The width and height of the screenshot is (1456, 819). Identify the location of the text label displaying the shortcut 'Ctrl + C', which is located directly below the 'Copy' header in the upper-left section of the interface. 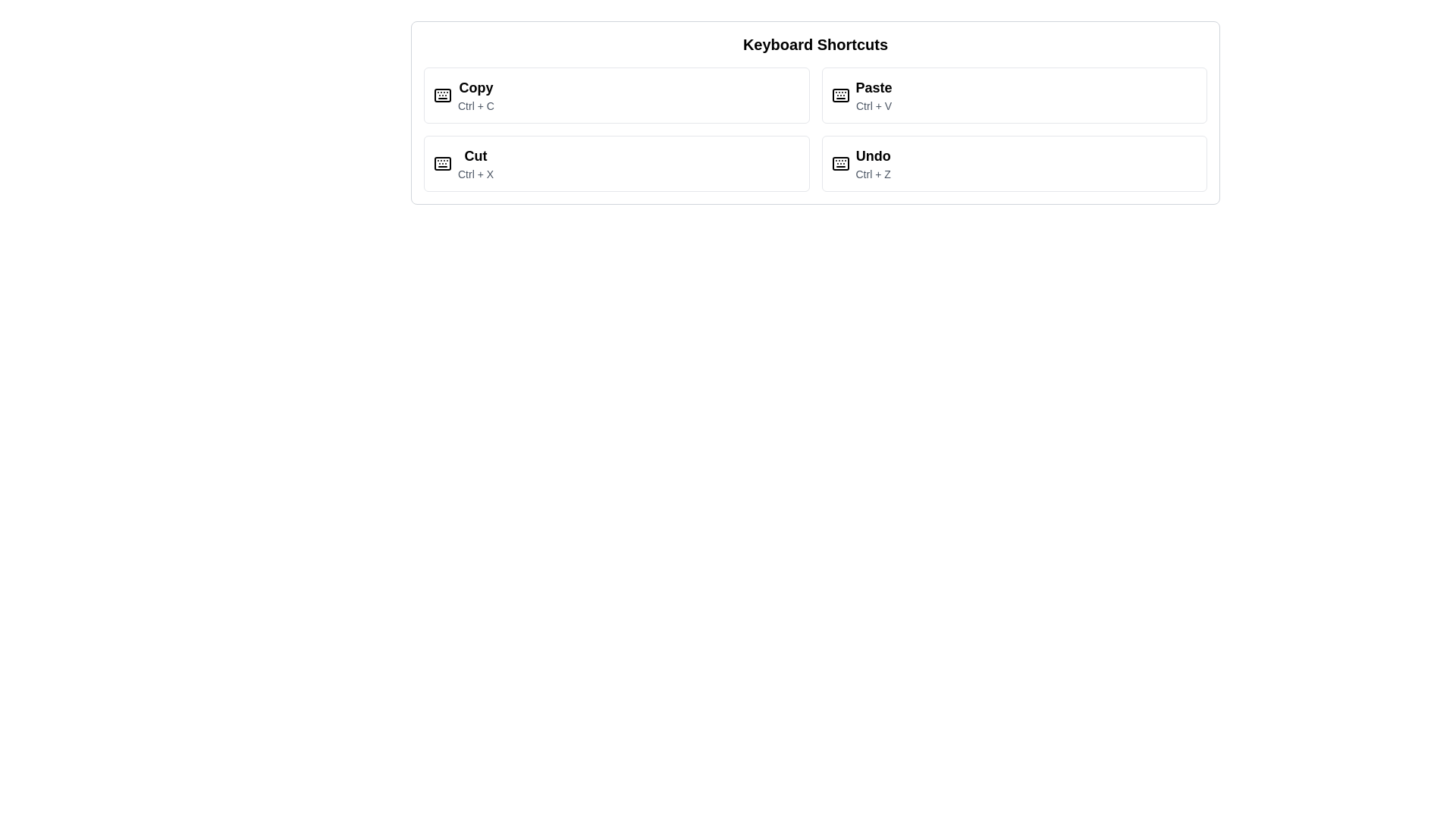
(475, 105).